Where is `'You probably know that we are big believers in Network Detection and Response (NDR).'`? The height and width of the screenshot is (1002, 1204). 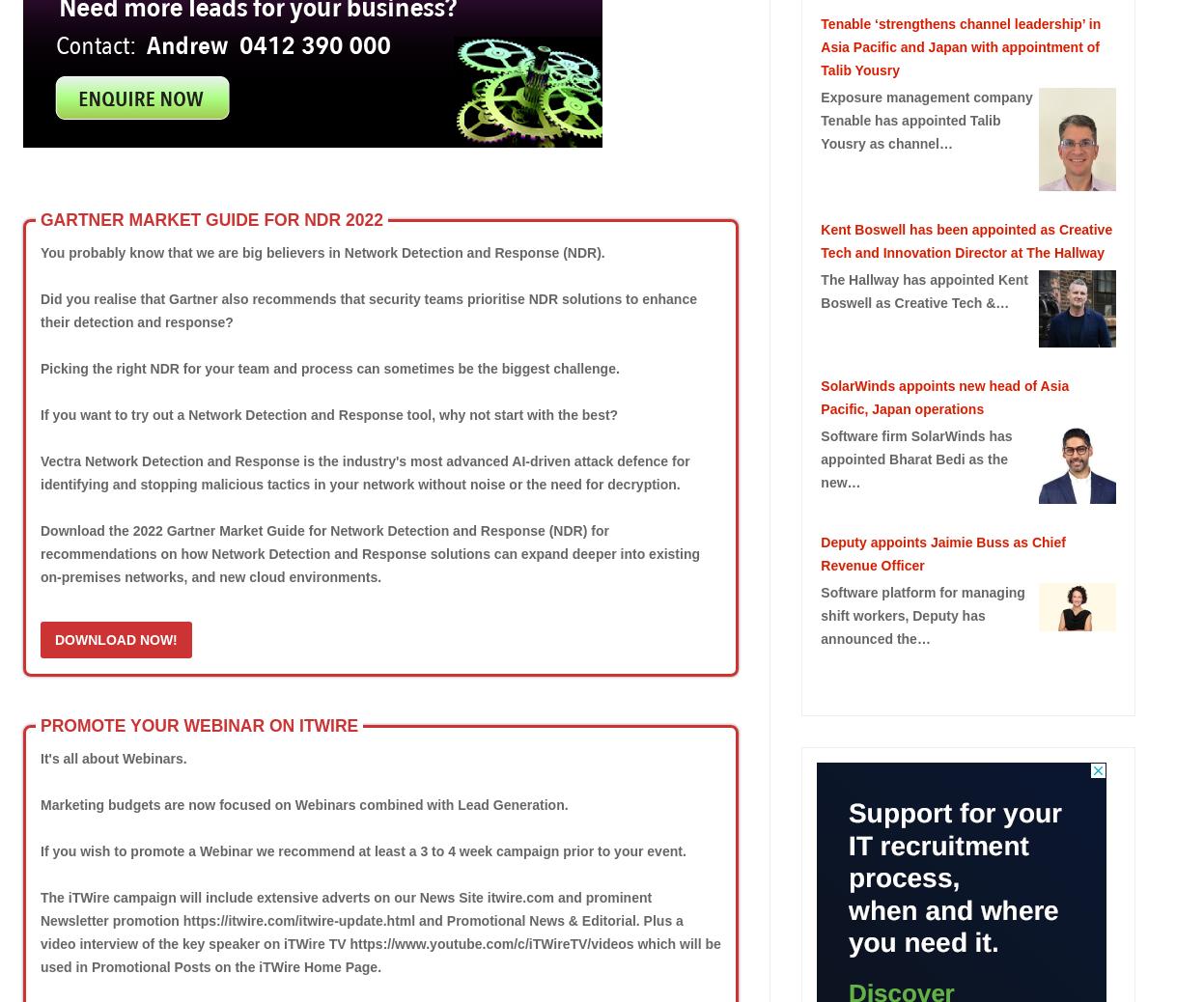
'You probably know that we are big believers in Network Detection and Response (NDR).' is located at coordinates (322, 251).